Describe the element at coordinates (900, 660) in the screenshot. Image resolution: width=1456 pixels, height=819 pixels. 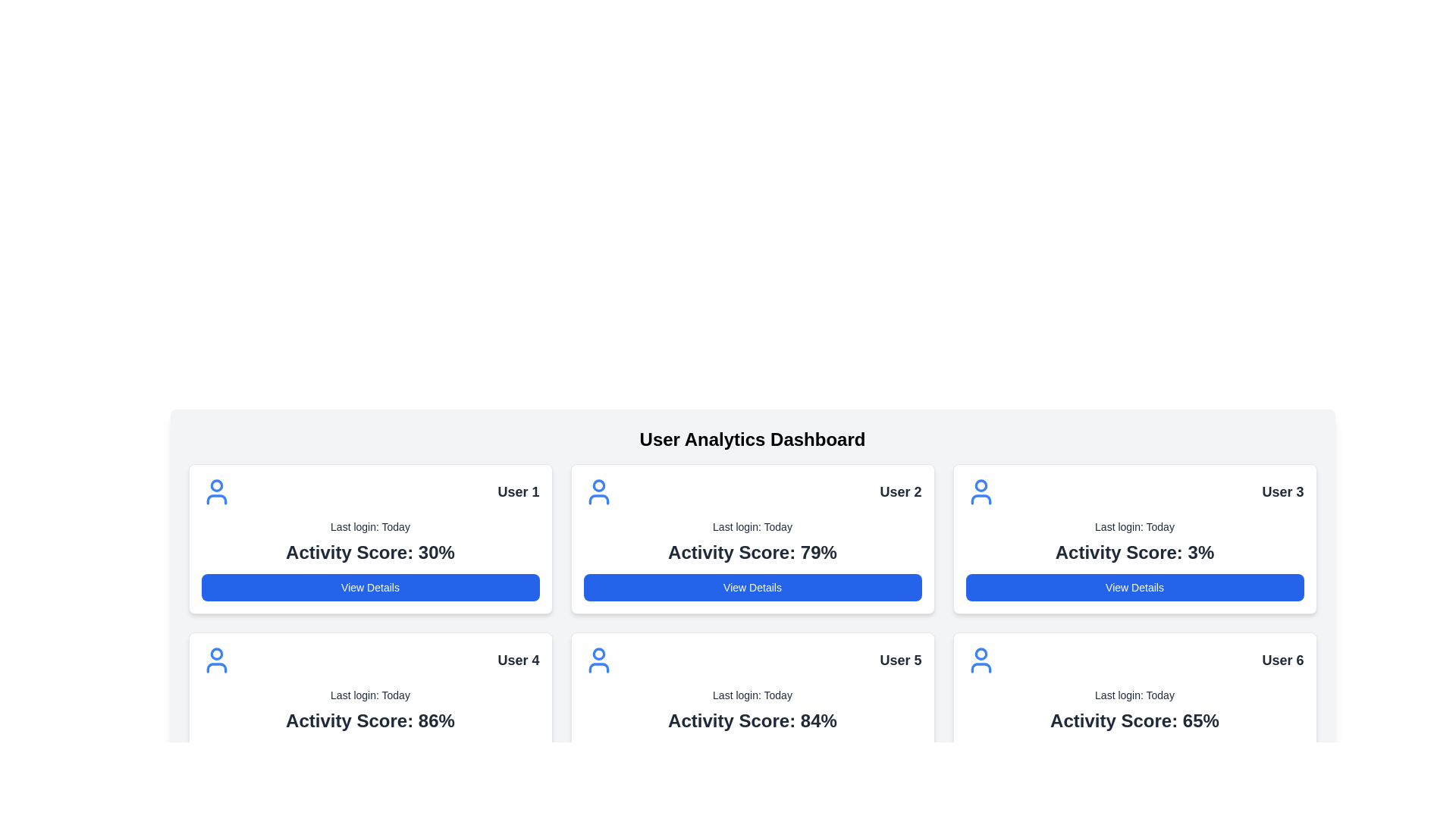
I see `text content of the 'User 5' label located in the bottom row, second card from the left on the user analytics dashboard` at that location.